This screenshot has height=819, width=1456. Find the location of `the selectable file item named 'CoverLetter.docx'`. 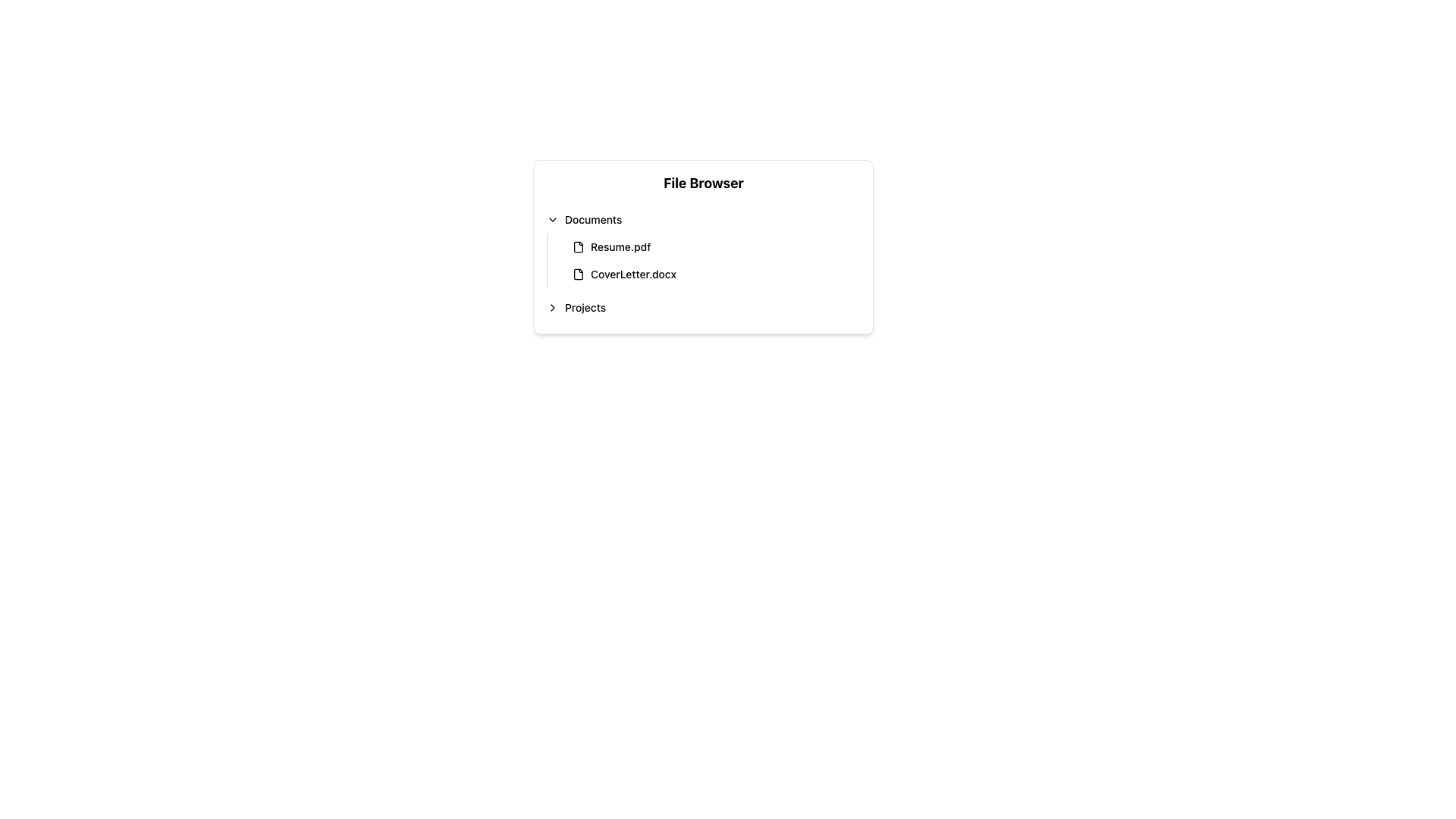

the selectable file item named 'CoverLetter.docx' is located at coordinates (709, 275).